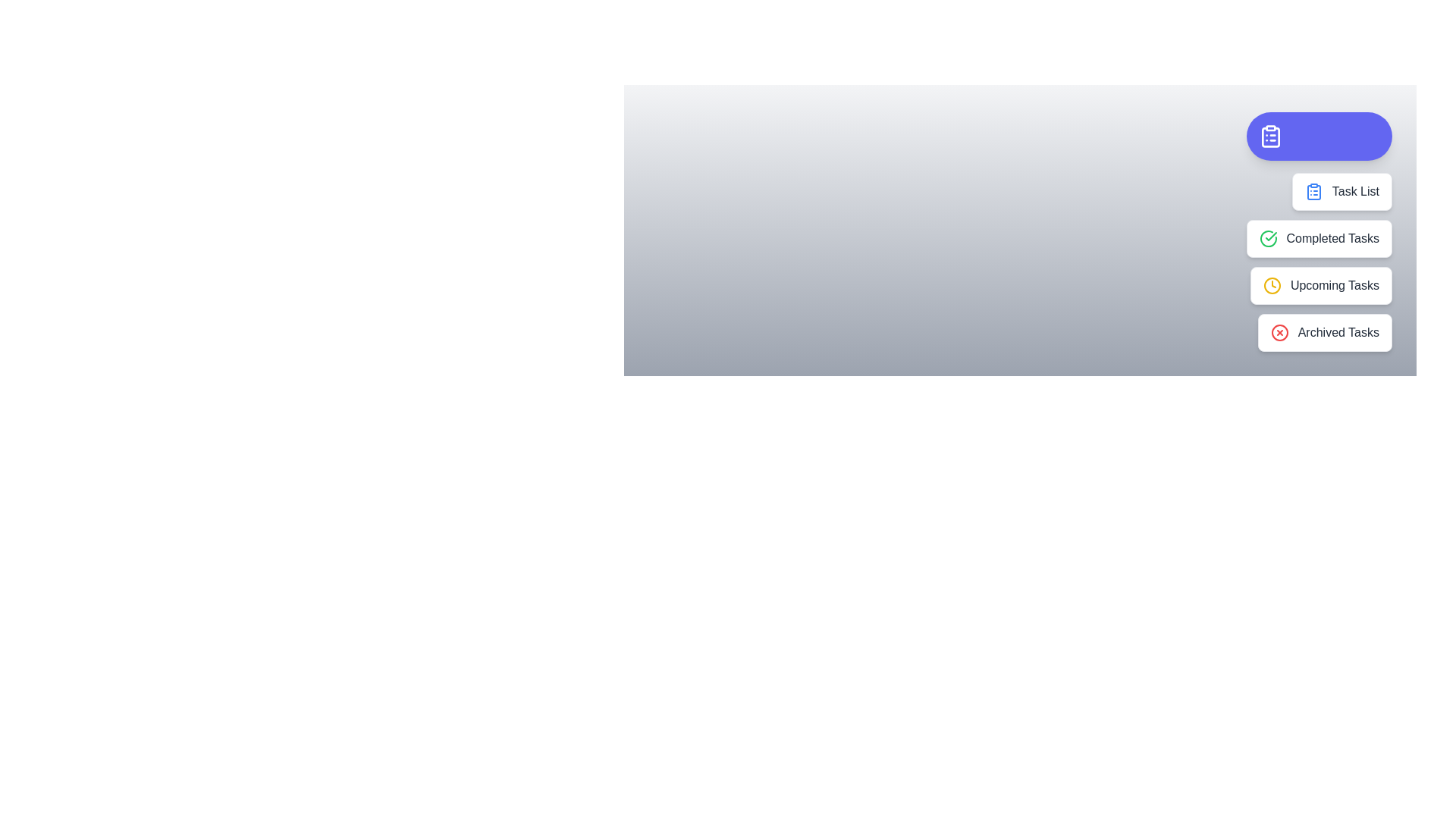 This screenshot has height=819, width=1456. What do you see at coordinates (1324, 332) in the screenshot?
I see `the 'Archived Tasks' option to select it` at bounding box center [1324, 332].